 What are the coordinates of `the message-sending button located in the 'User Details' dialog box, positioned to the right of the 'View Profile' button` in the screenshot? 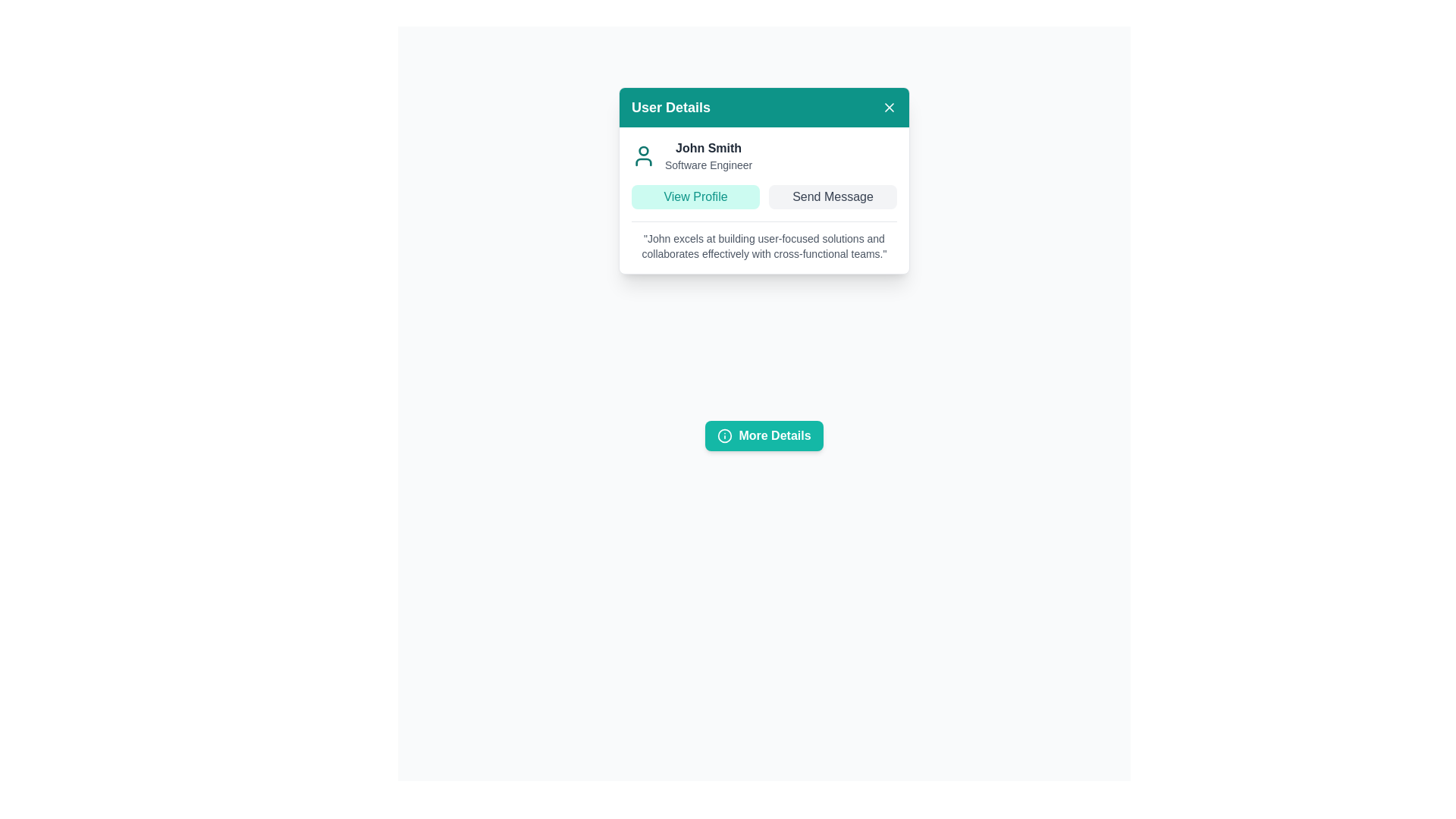 It's located at (832, 196).